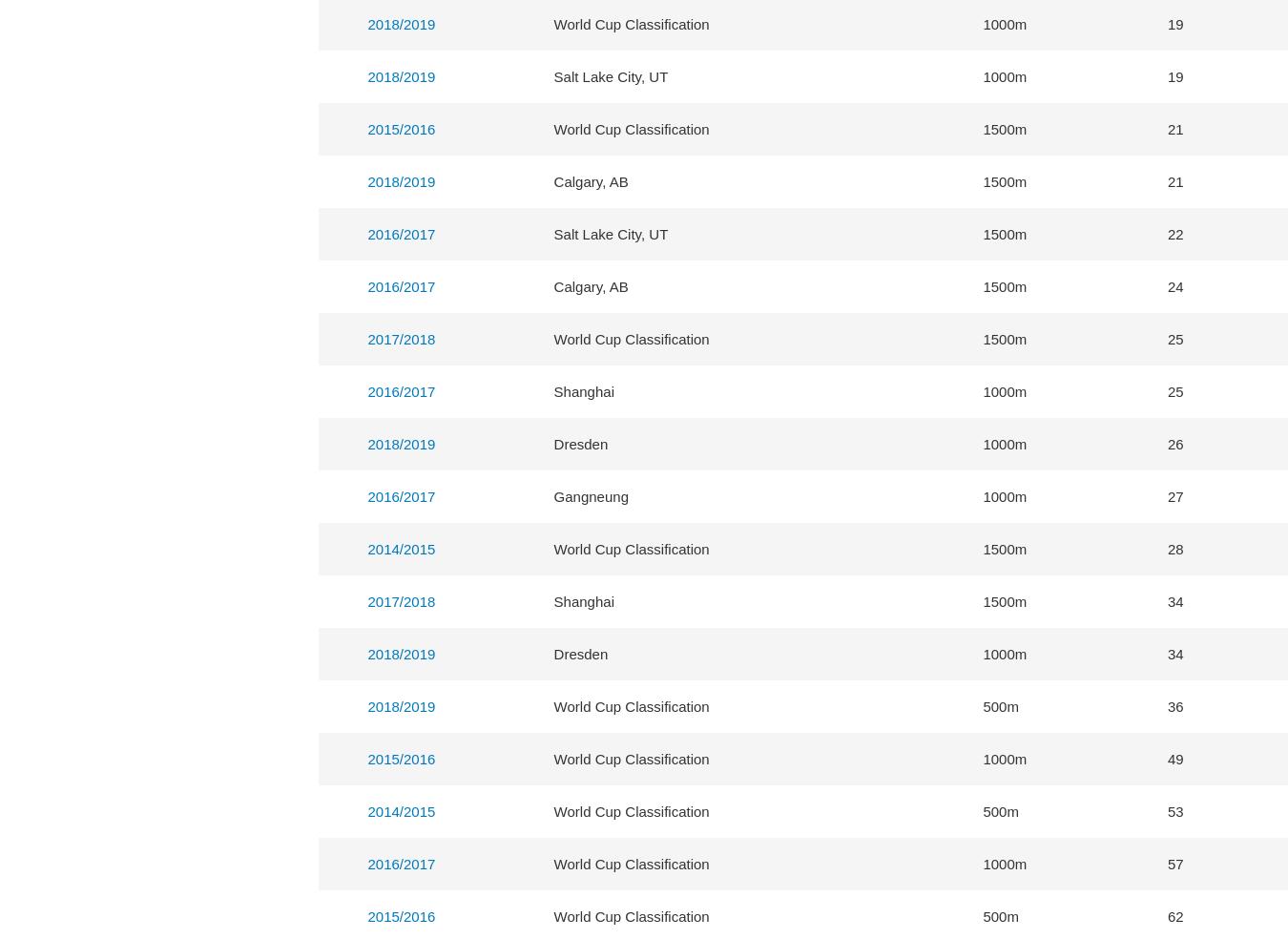 This screenshot has width=1288, height=939. What do you see at coordinates (1174, 548) in the screenshot?
I see `'28'` at bounding box center [1174, 548].